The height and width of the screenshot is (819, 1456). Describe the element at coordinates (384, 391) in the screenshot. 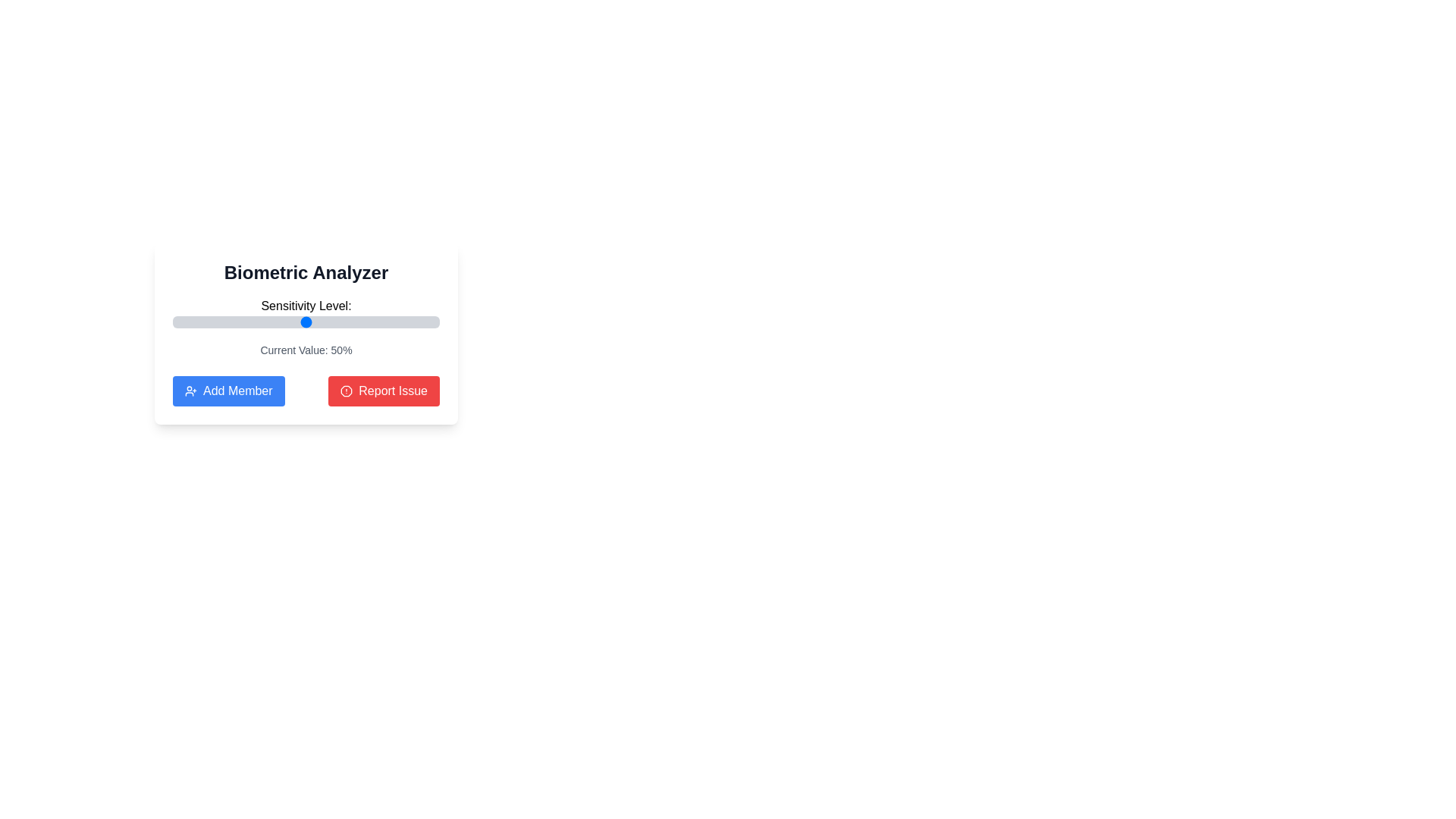

I see `the button to report an issue, located to the right of the 'Add Member' button in a horizontal layout at the bottom of a card component` at that location.